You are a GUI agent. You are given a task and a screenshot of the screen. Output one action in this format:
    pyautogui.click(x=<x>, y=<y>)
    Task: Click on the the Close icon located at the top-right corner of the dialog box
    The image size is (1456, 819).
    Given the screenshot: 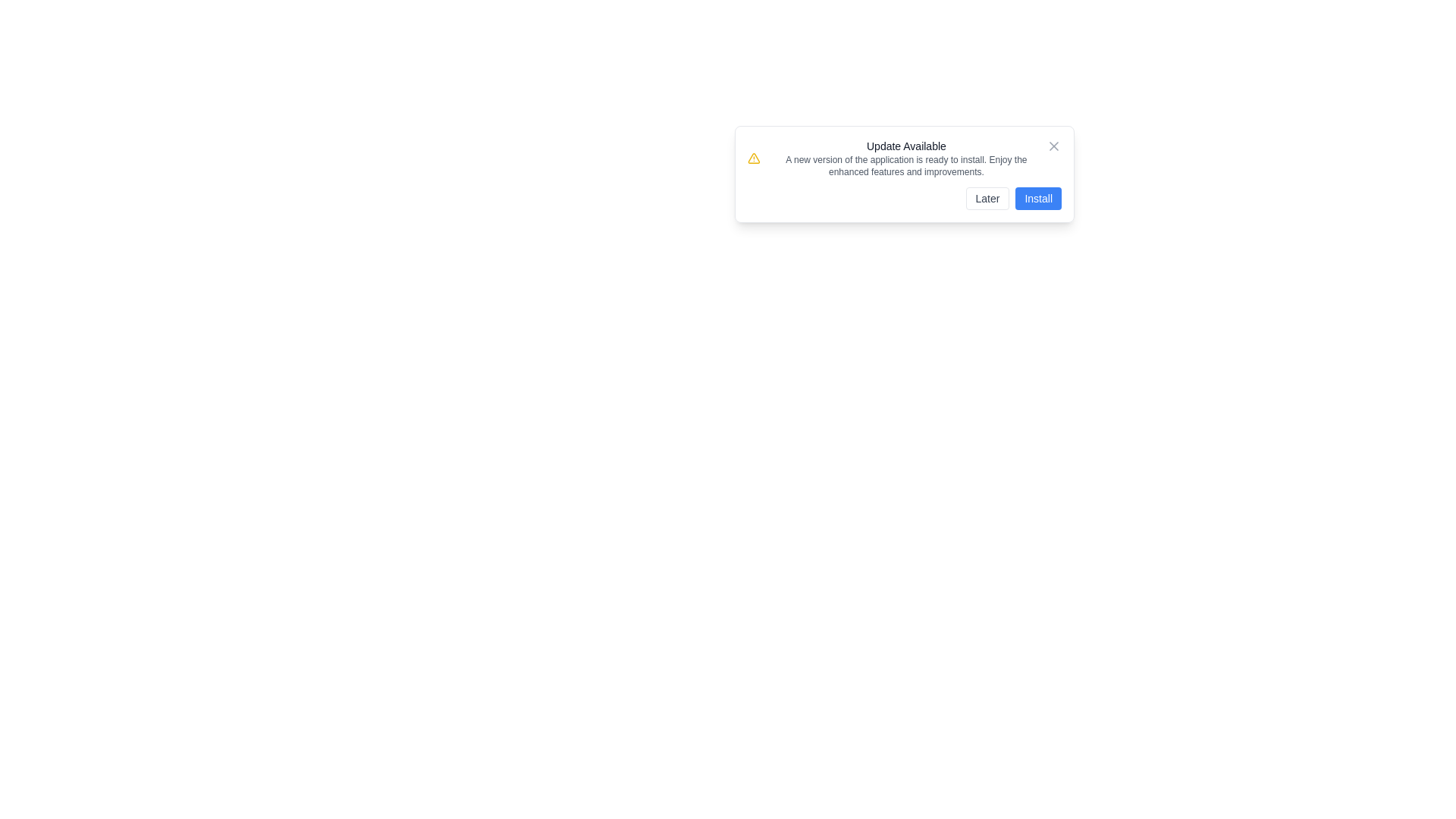 What is the action you would take?
    pyautogui.click(x=1053, y=146)
    